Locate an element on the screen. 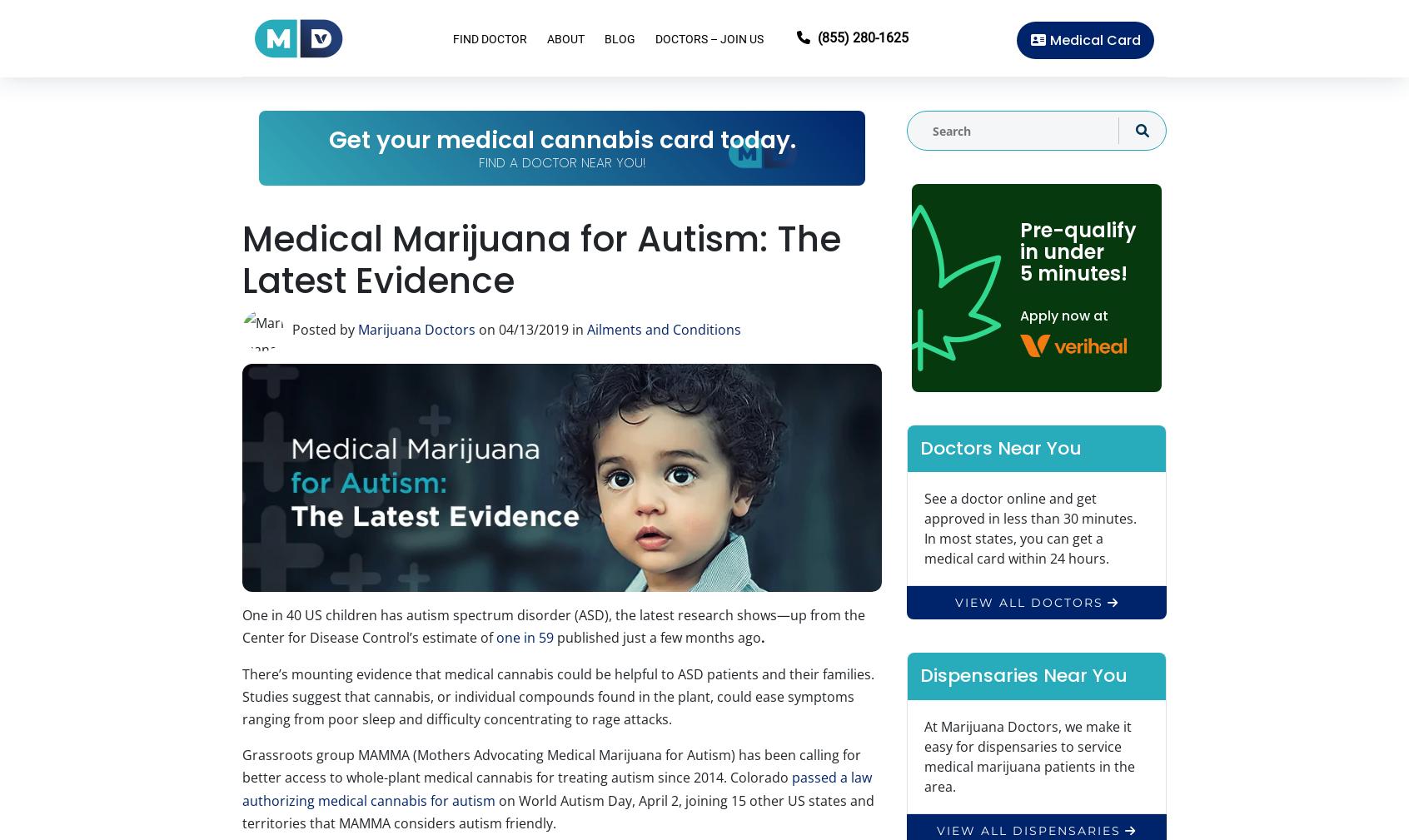  'autism friendly' is located at coordinates (505, 823).